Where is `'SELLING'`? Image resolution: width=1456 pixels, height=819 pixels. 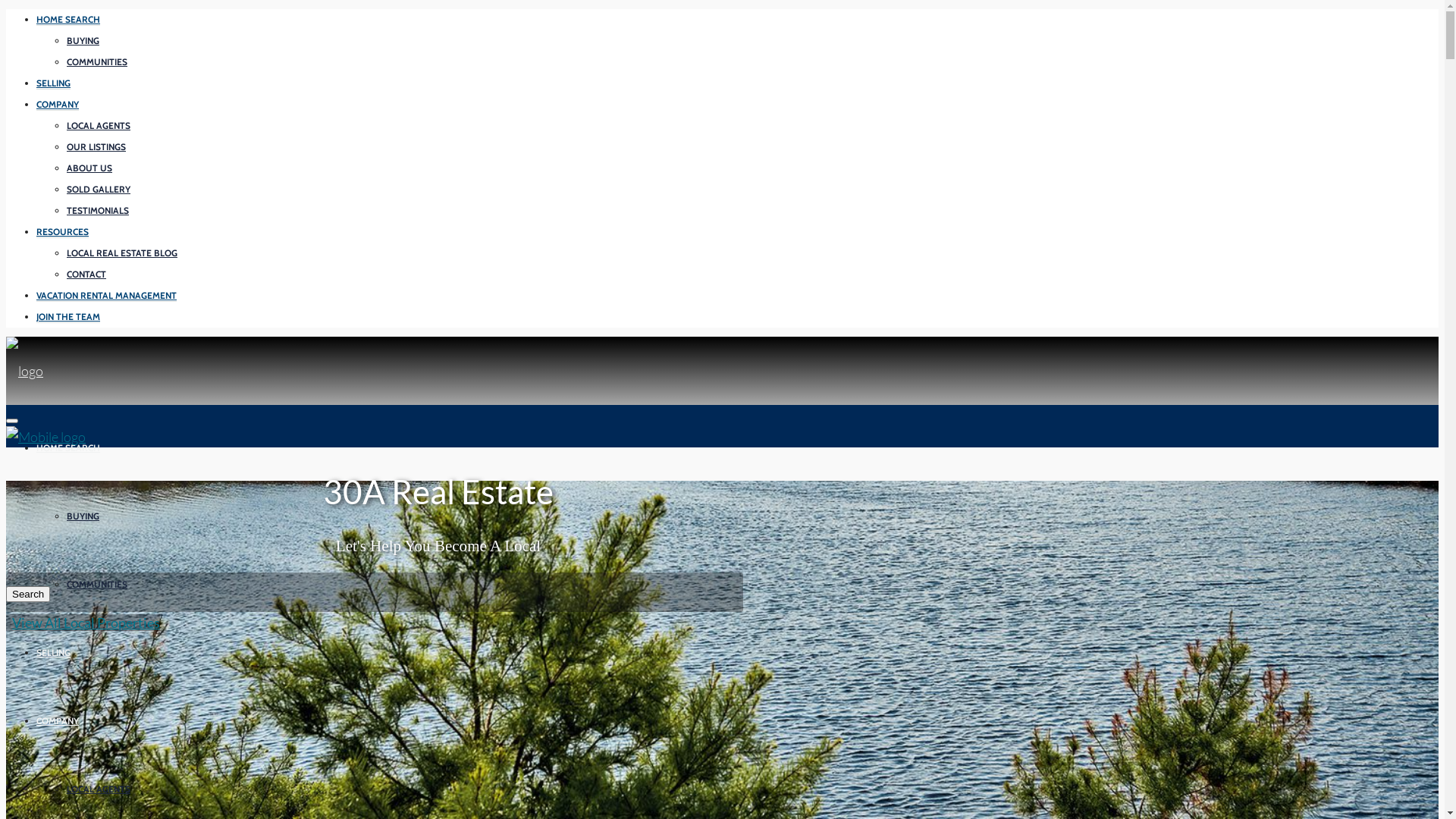 'SELLING' is located at coordinates (53, 651).